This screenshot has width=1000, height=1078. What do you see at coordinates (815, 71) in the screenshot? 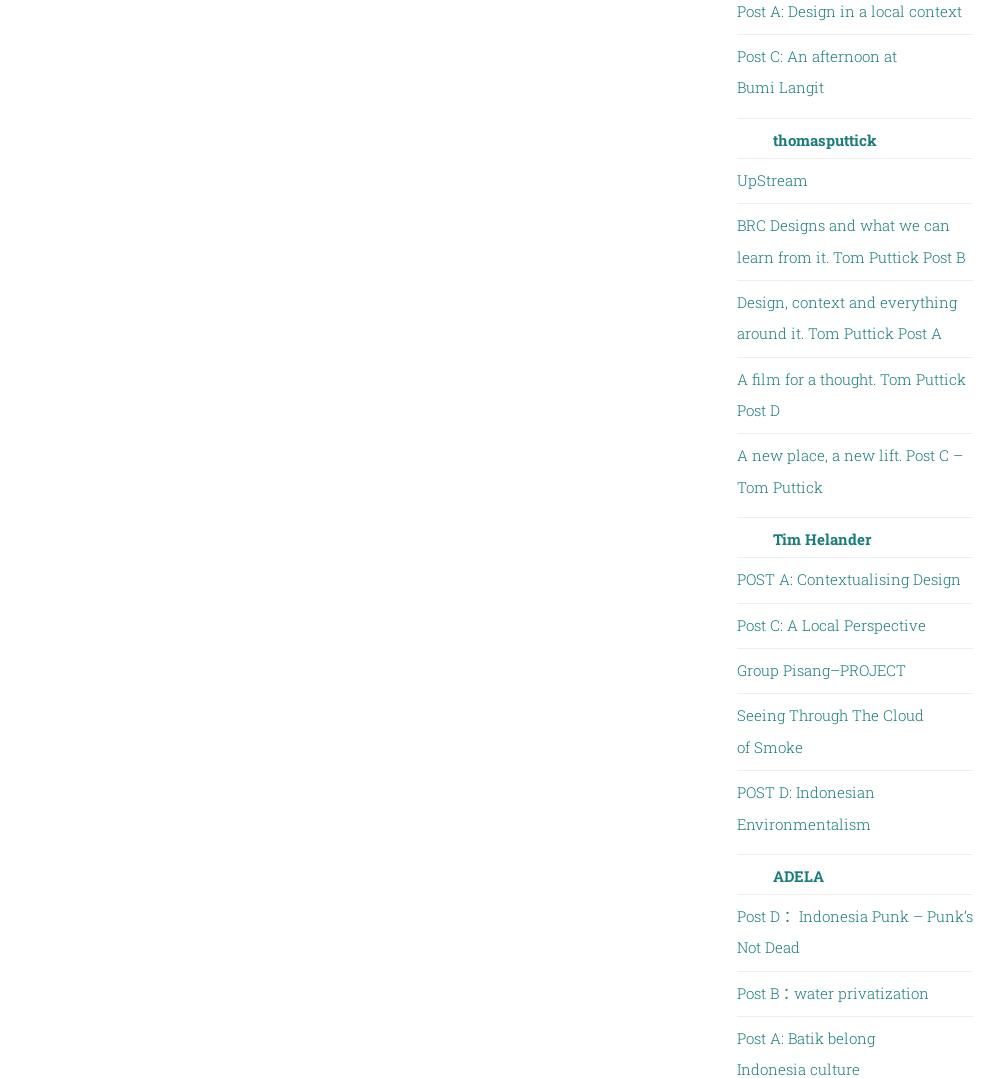
I see `'Post C: An afternoon at Bumi Langit'` at bounding box center [815, 71].